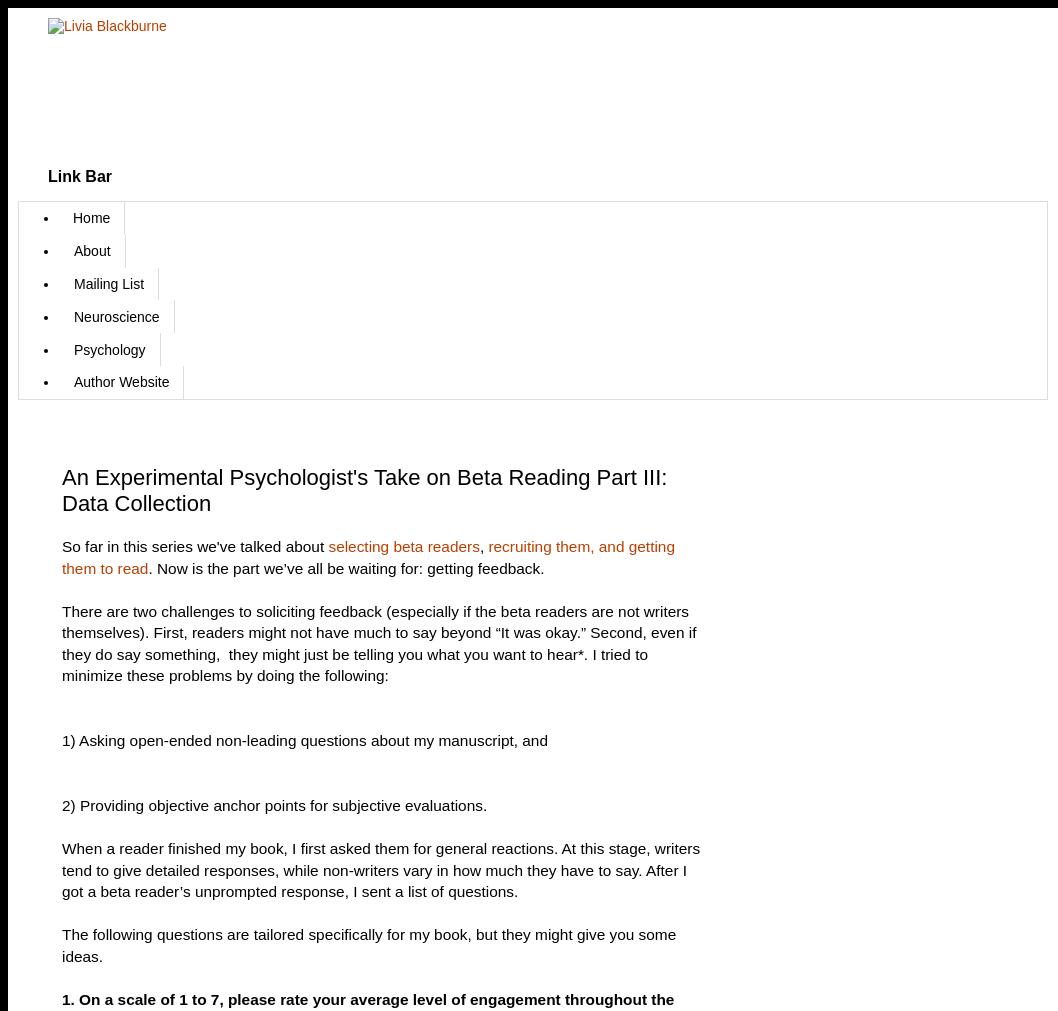  I want to click on 'Mailing List', so click(107, 282).